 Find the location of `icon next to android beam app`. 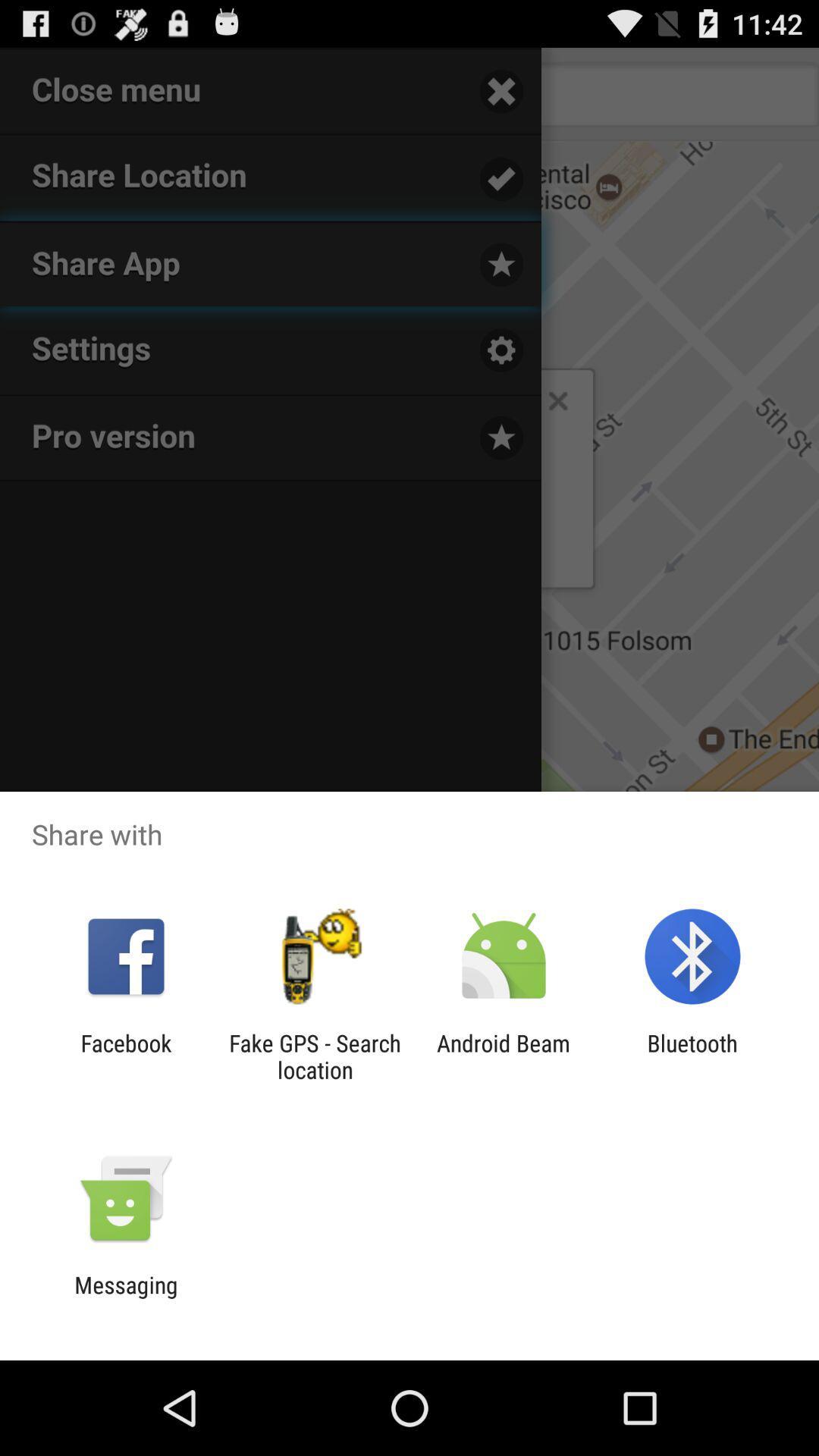

icon next to android beam app is located at coordinates (692, 1056).